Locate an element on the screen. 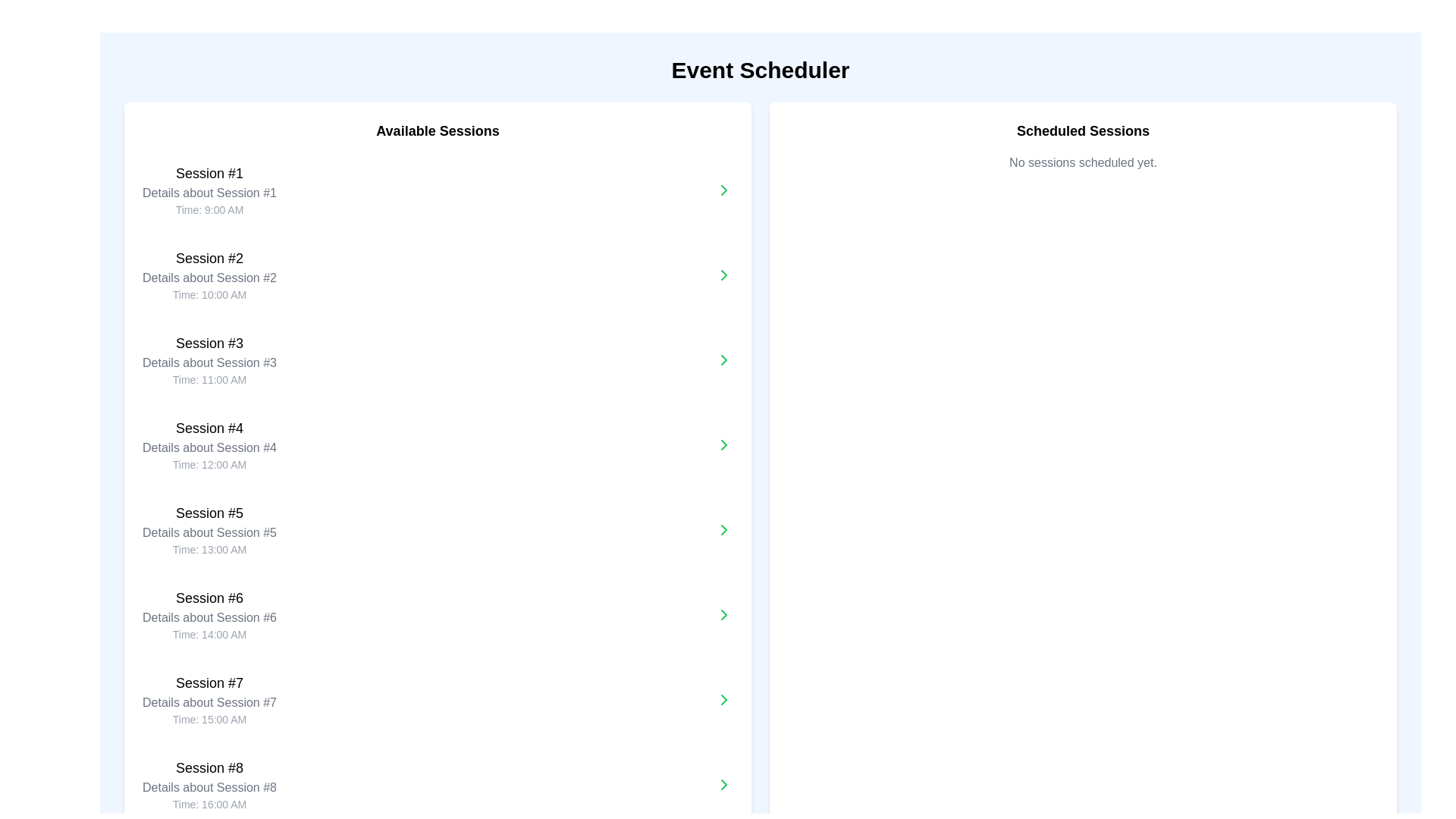  the navigational icon for 'Session #6' located at the far right of the session details is located at coordinates (723, 614).